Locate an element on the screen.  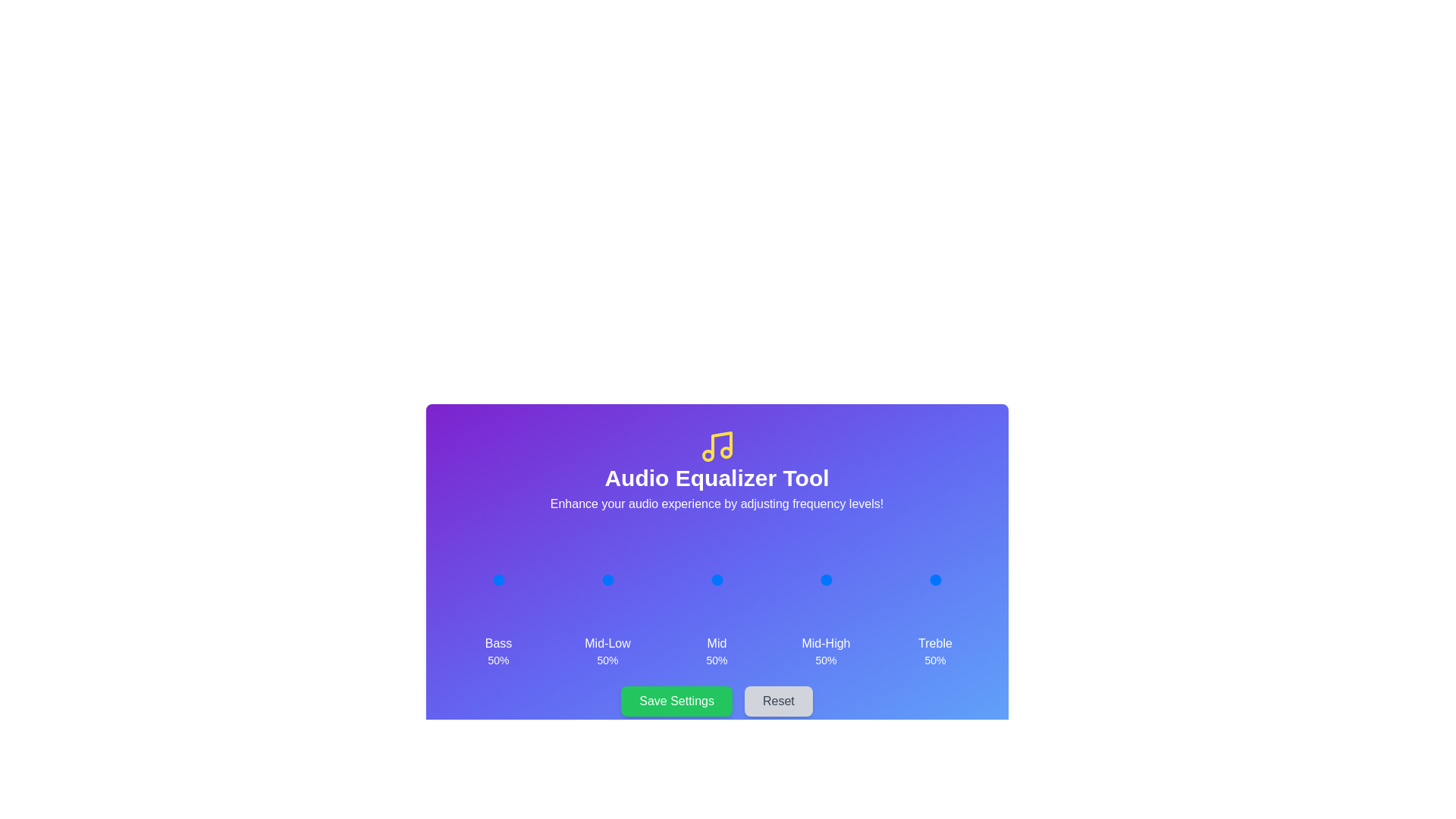
the Treble Slider to observe hover effects is located at coordinates (934, 579).